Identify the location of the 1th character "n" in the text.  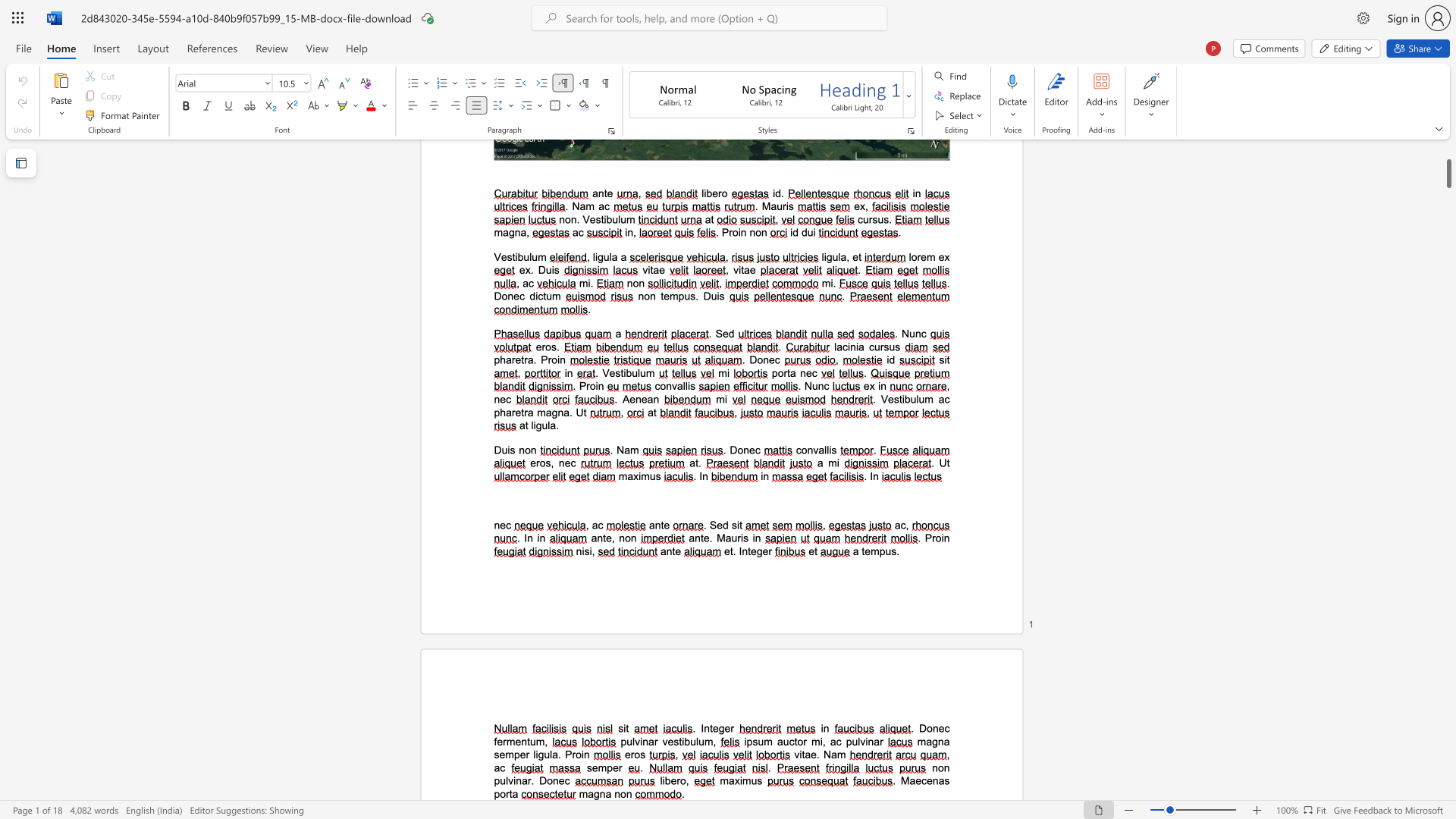
(601, 793).